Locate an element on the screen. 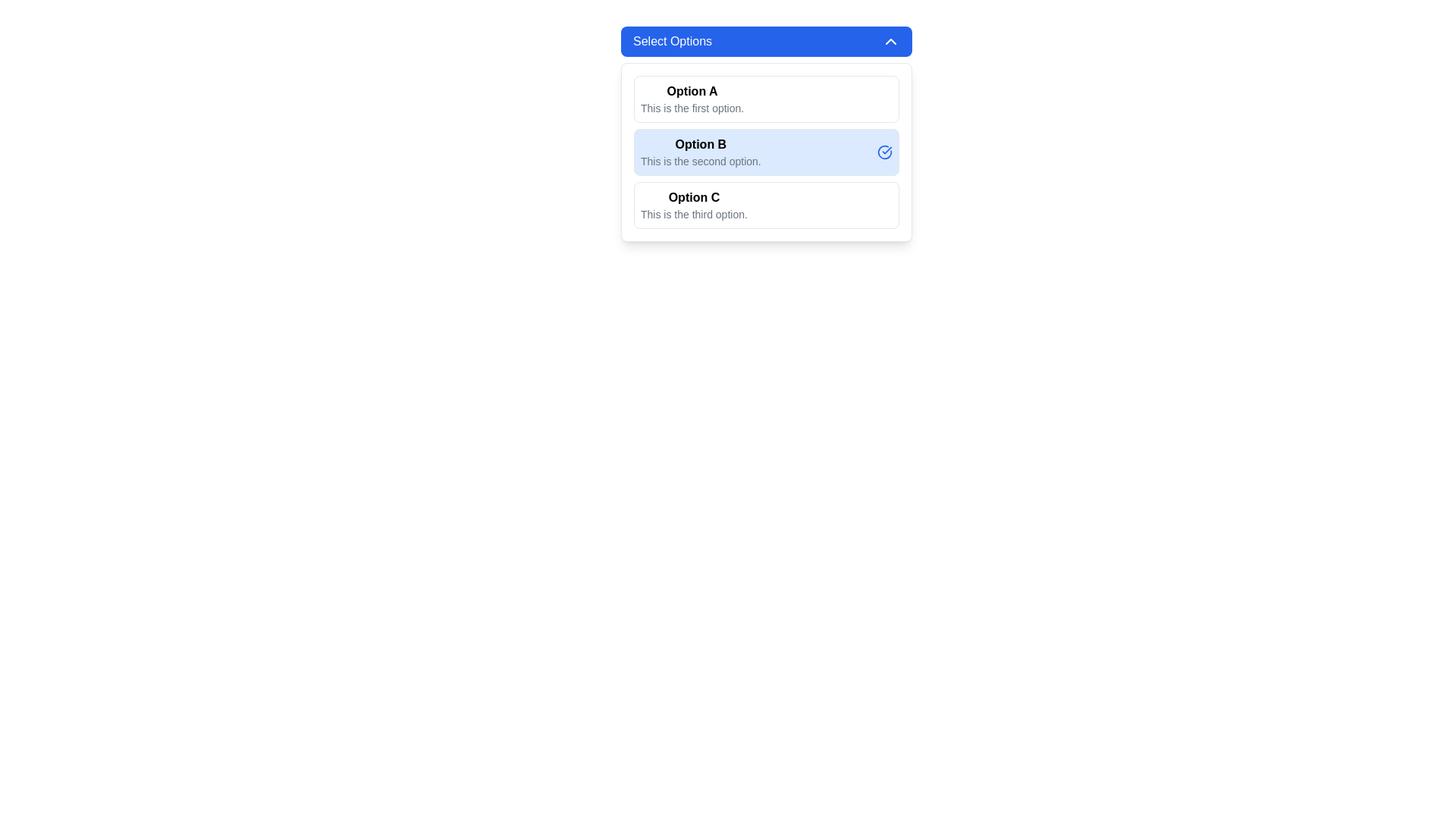 The height and width of the screenshot is (819, 1456). the 'Option C' text label displayed in bold black font within the dropdown menu interface is located at coordinates (693, 196).